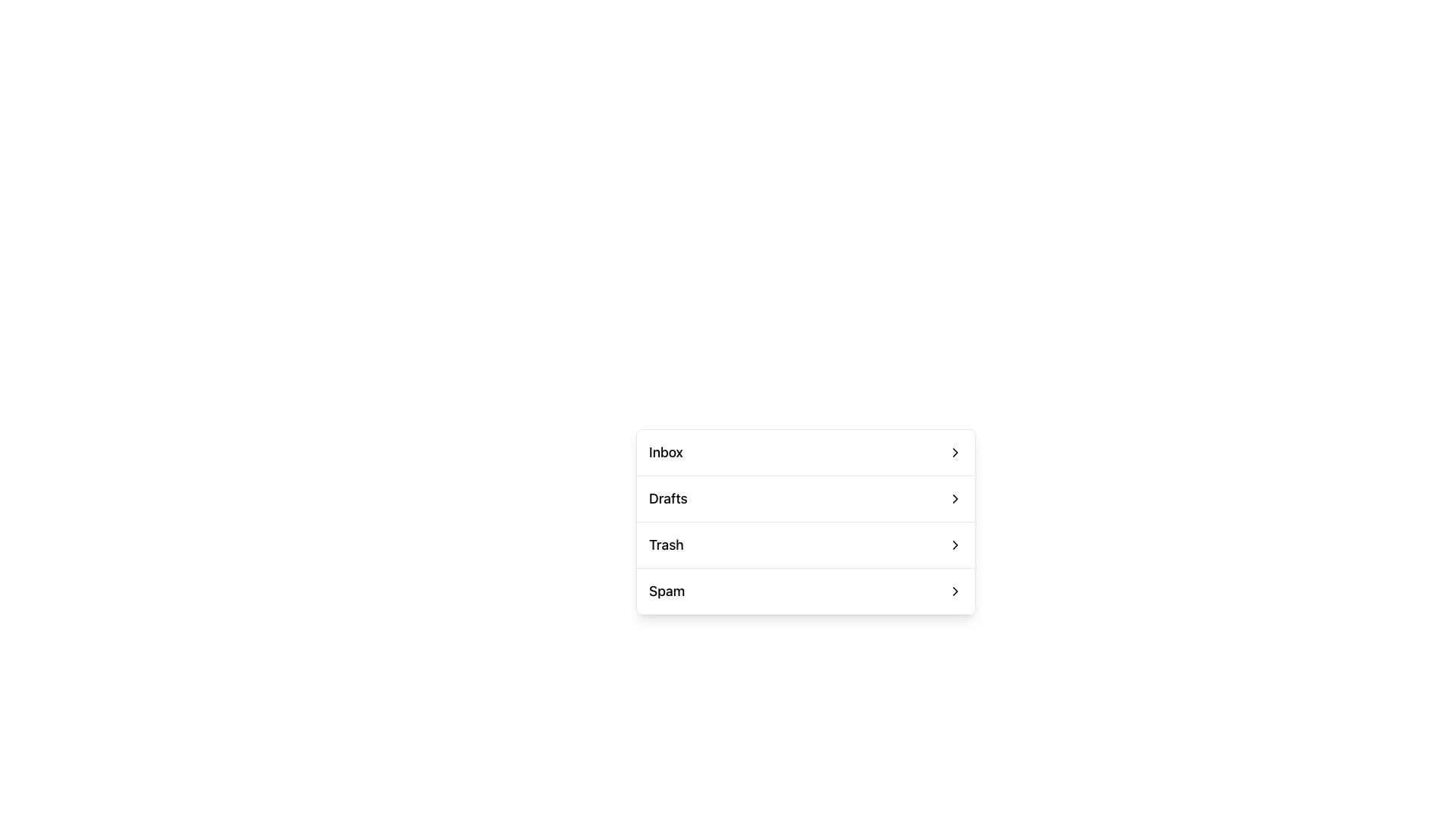  I want to click on the right-pointing chevron styled as an SVG graphic, which serves as an indicator icon within the 'Spam' list item at the bottom of the displayed menu, so click(954, 590).